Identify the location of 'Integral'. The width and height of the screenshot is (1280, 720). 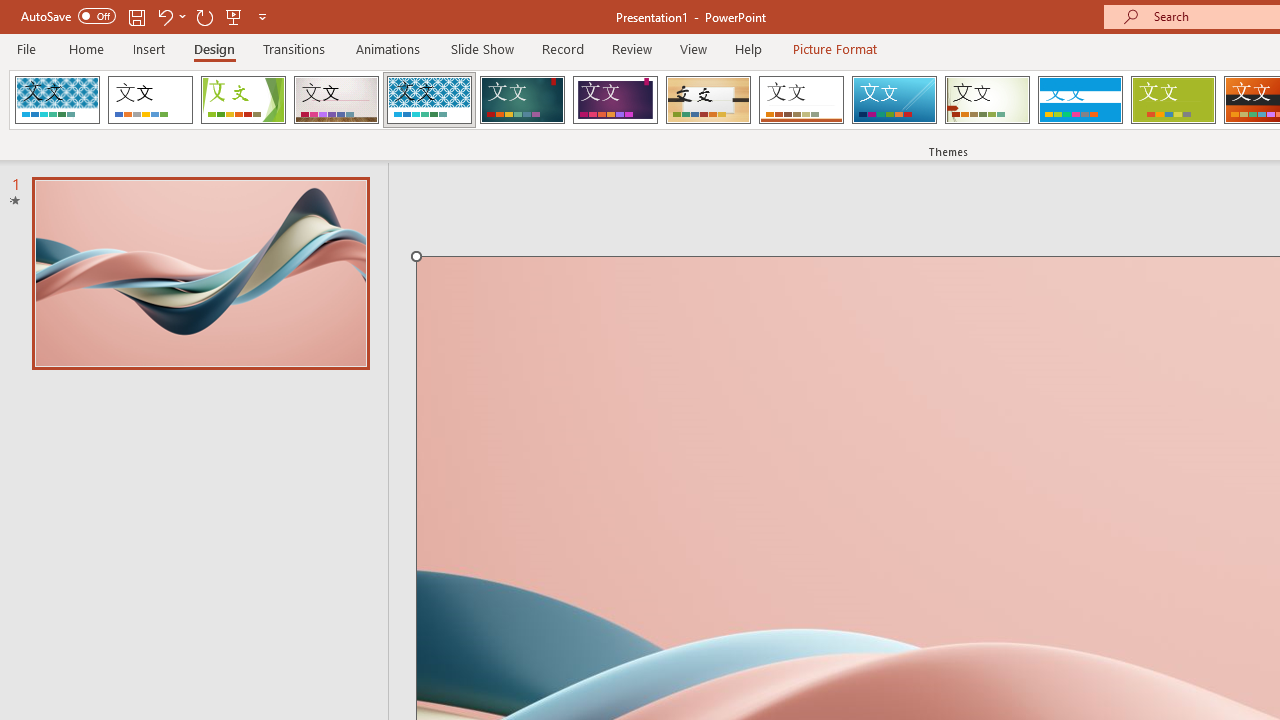
(428, 100).